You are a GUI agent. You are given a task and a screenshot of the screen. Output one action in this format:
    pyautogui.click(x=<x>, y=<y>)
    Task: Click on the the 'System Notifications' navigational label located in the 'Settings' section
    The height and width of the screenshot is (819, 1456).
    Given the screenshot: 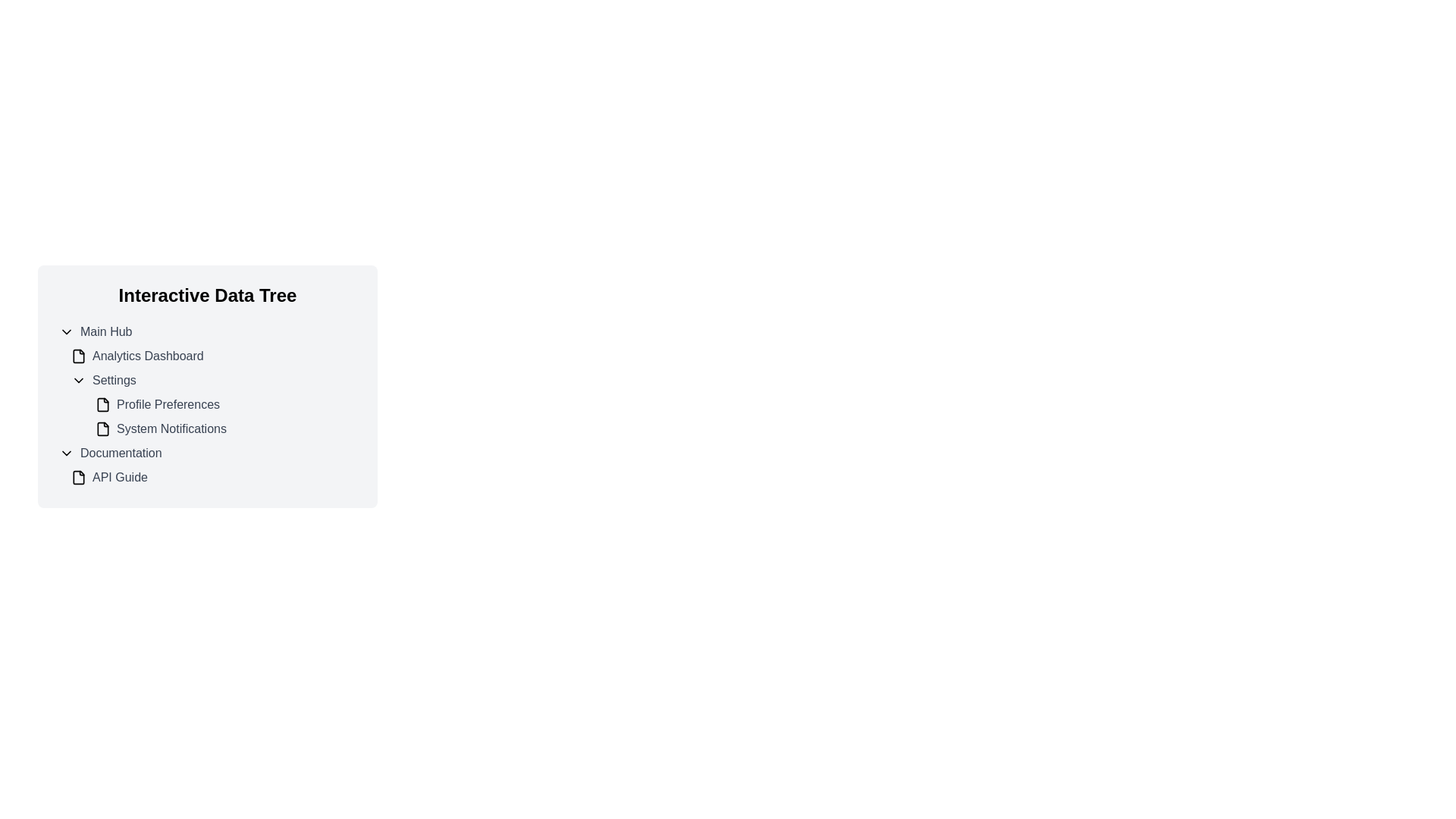 What is the action you would take?
    pyautogui.click(x=224, y=429)
    